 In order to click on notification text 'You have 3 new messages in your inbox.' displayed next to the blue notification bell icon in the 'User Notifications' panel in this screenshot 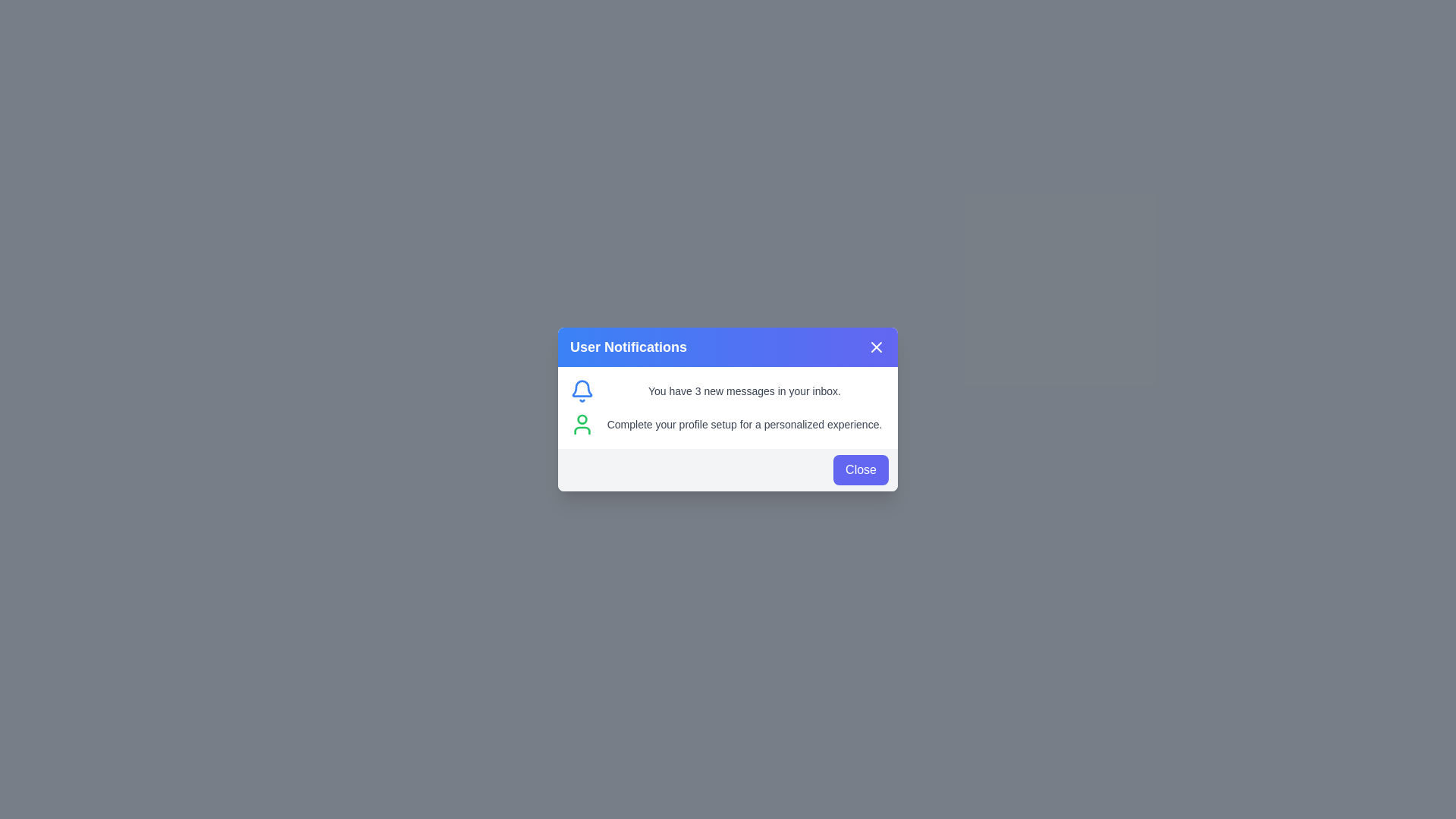, I will do `click(728, 391)`.